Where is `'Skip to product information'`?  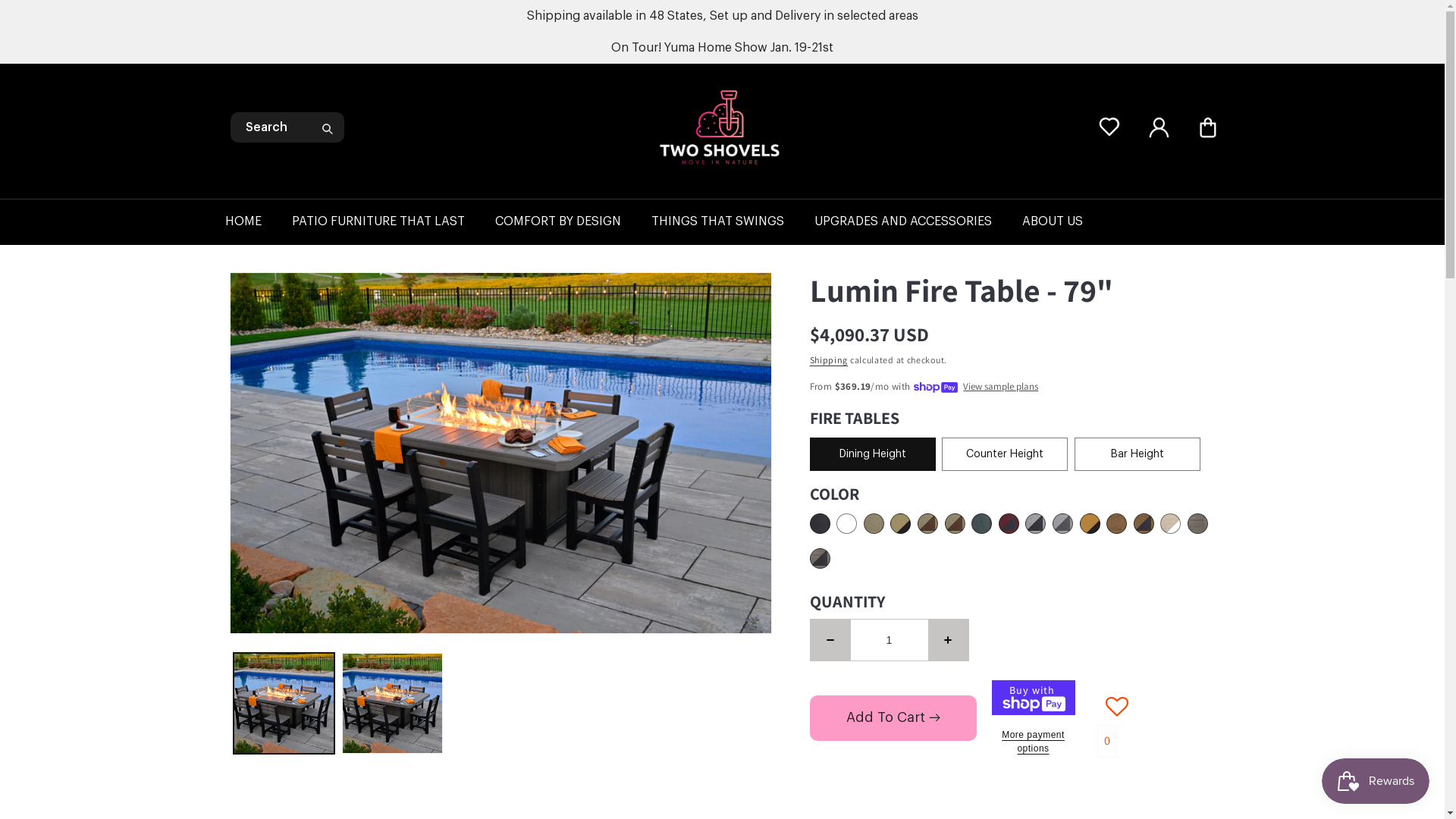 'Skip to product information' is located at coordinates (275, 289).